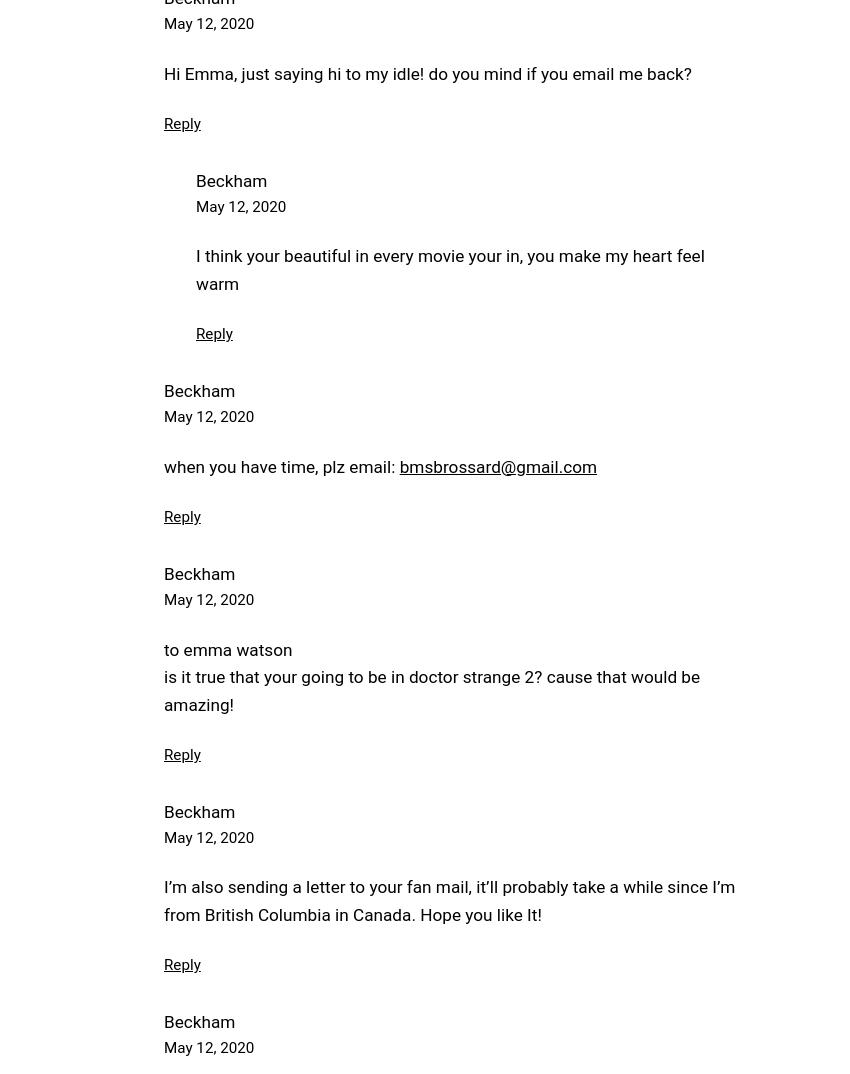 The image size is (850, 1074). Describe the element at coordinates (448, 899) in the screenshot. I see `'I’m also sending a letter to your fan mail, it’ll probably take a while since I’m from British Columbia in Canada. Hope you like It!'` at that location.